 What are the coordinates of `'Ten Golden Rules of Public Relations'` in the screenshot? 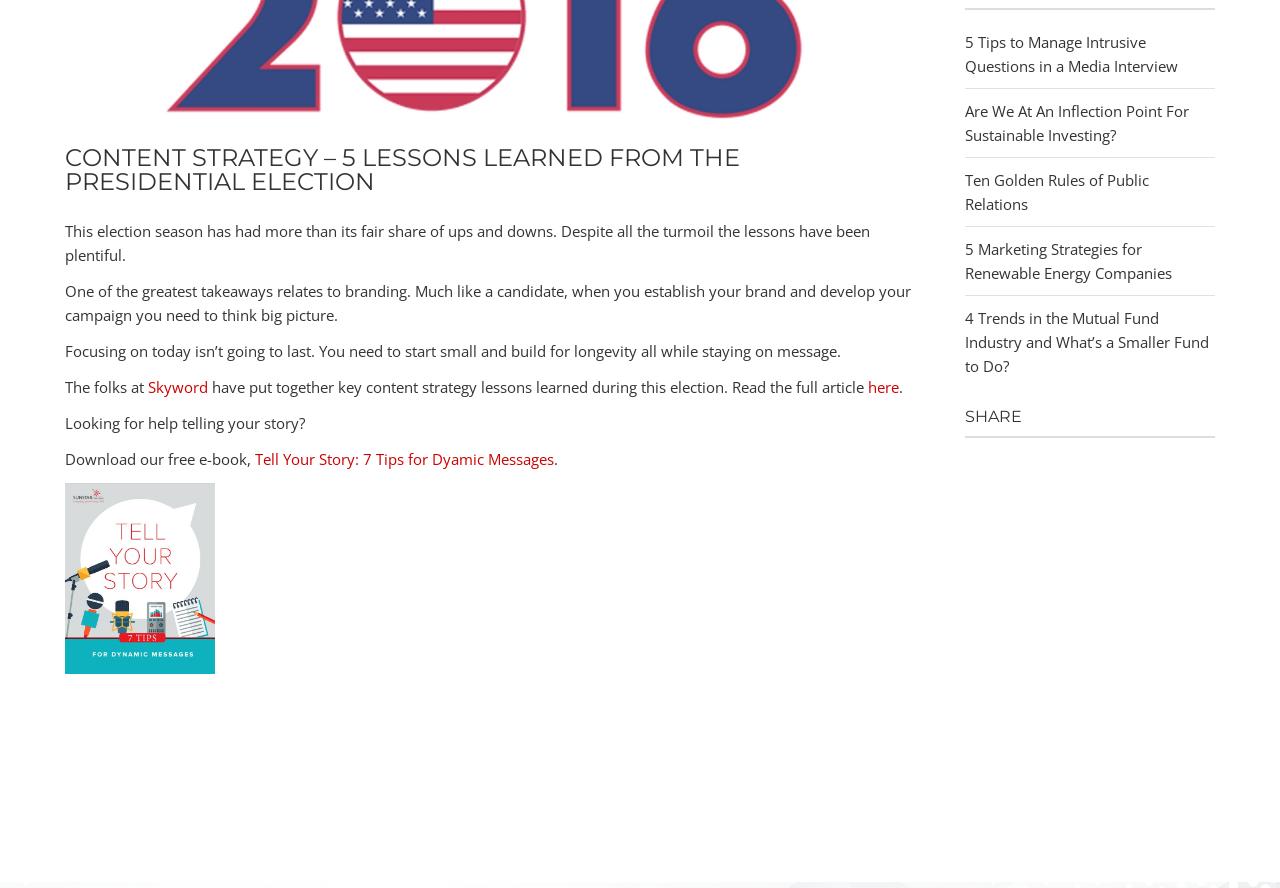 It's located at (1056, 190).